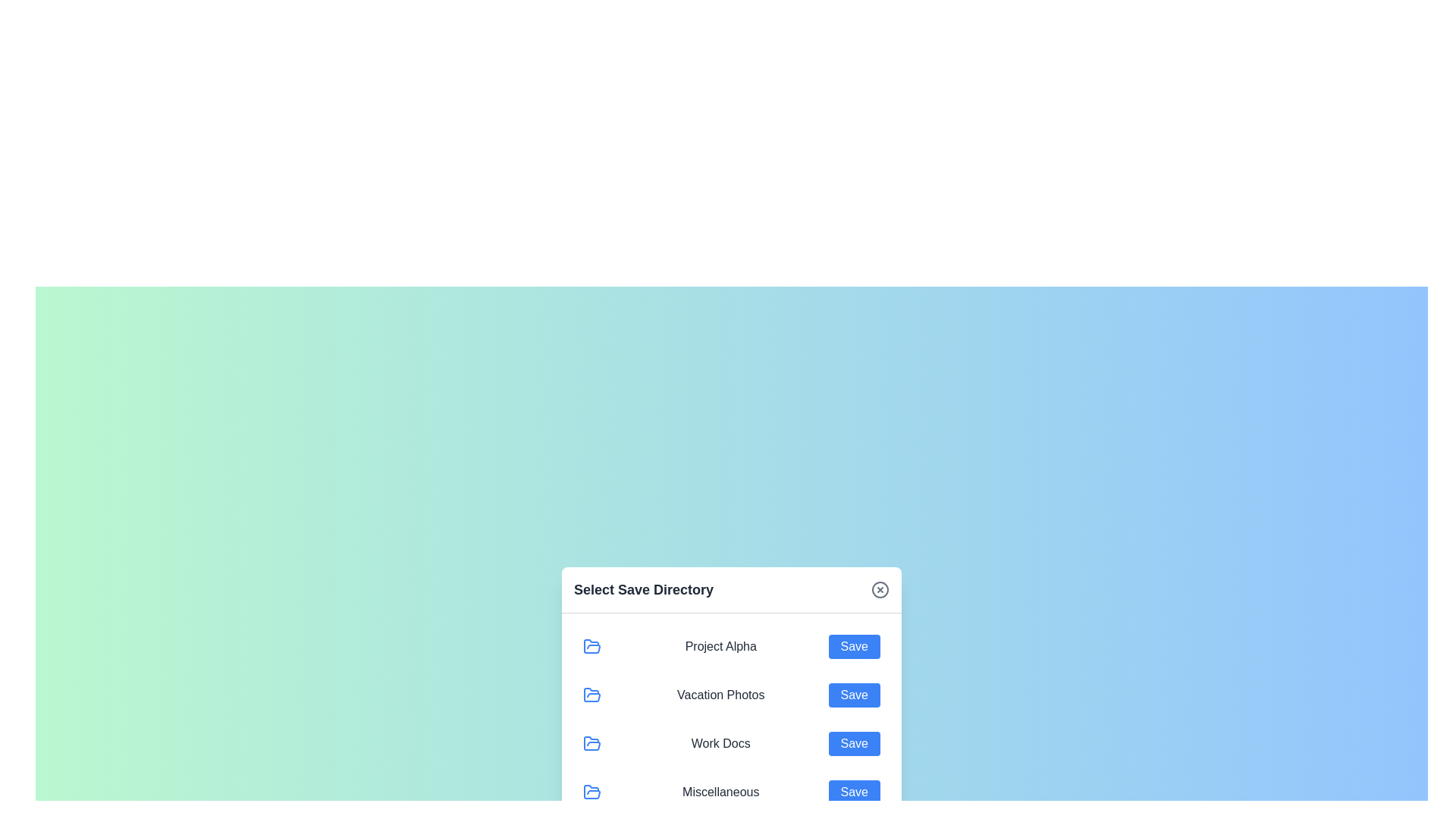 The width and height of the screenshot is (1456, 819). I want to click on 'Save' button for the directory Miscellaneous, so click(854, 791).